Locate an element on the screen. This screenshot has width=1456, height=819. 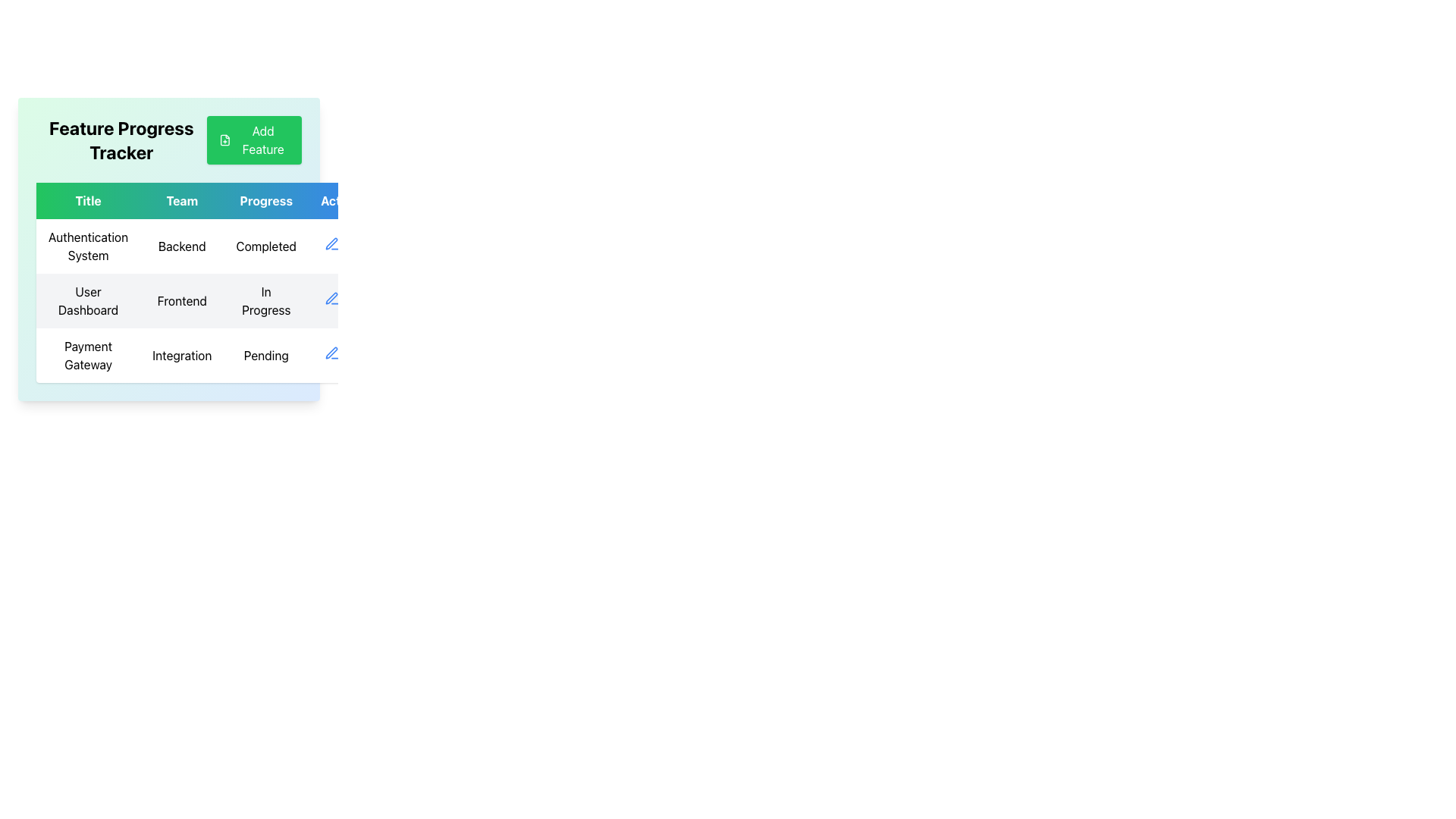
the icon located on the leftmost part of the green 'Add Feature' button to trigger a tooltip or visual feedback is located at coordinates (224, 140).